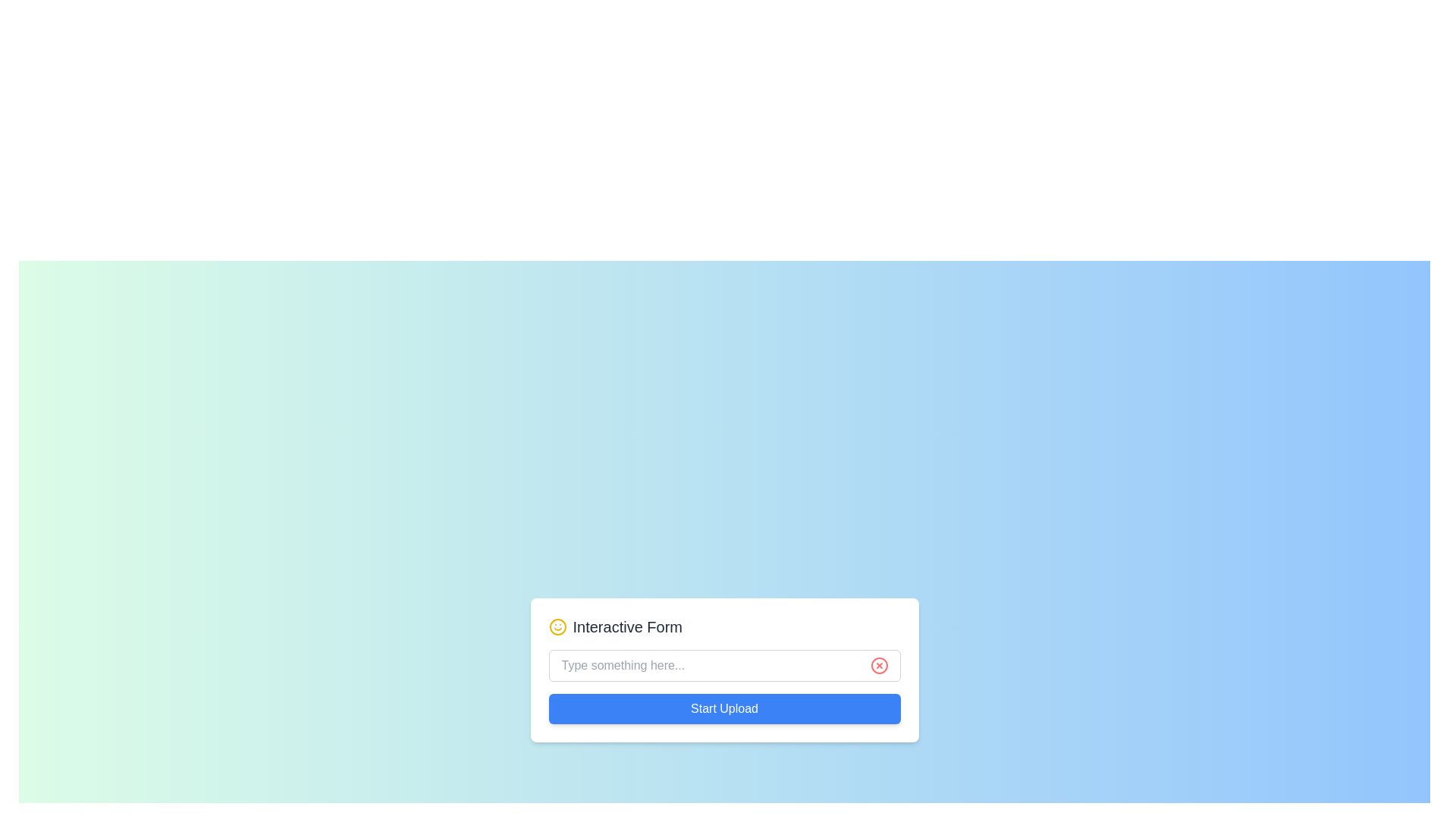 This screenshot has height=819, width=1456. Describe the element at coordinates (723, 708) in the screenshot. I see `the 'Start Upload' button with a blue background and white text` at that location.